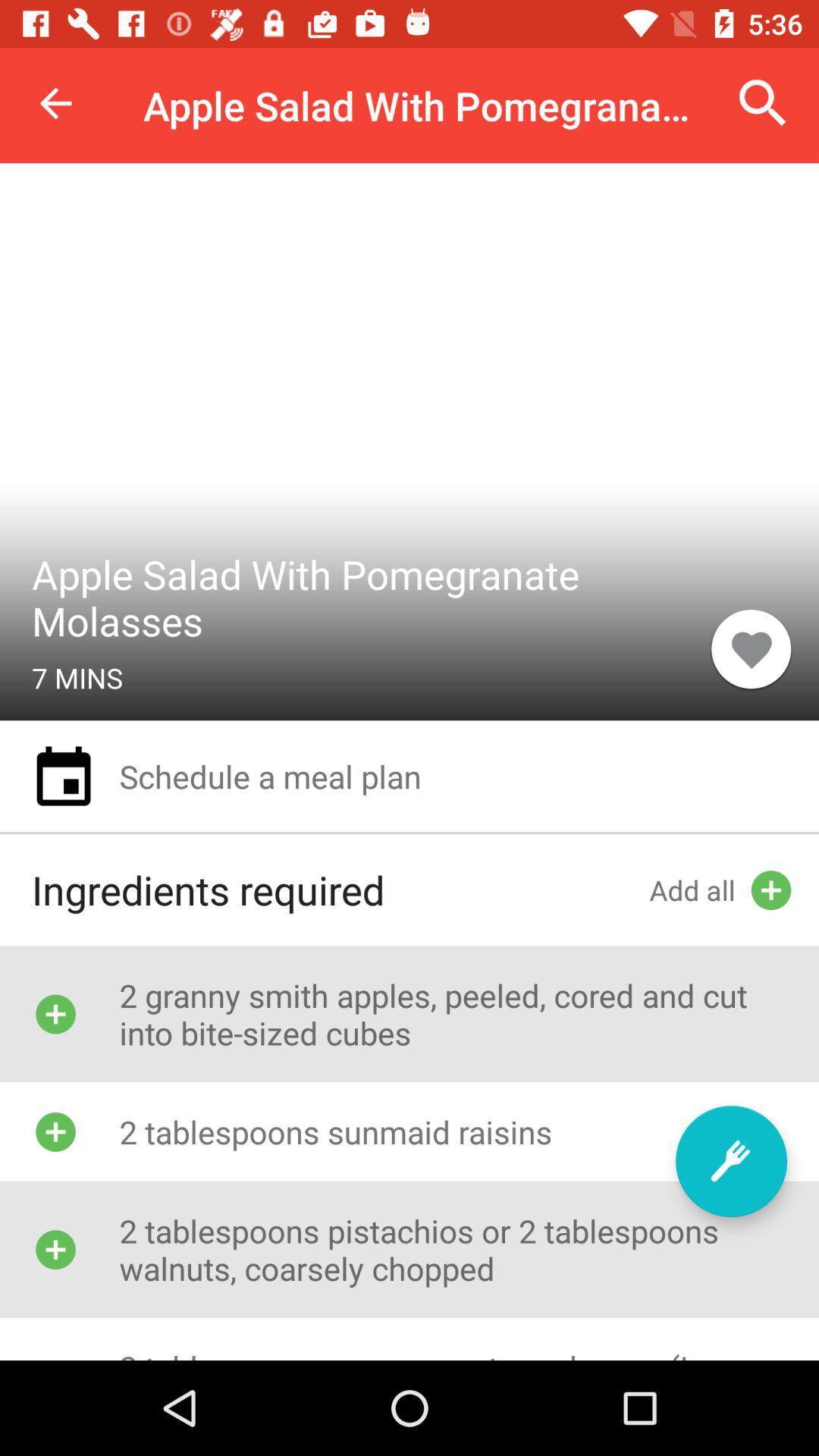  What do you see at coordinates (730, 1160) in the screenshot?
I see `see nutrition information` at bounding box center [730, 1160].